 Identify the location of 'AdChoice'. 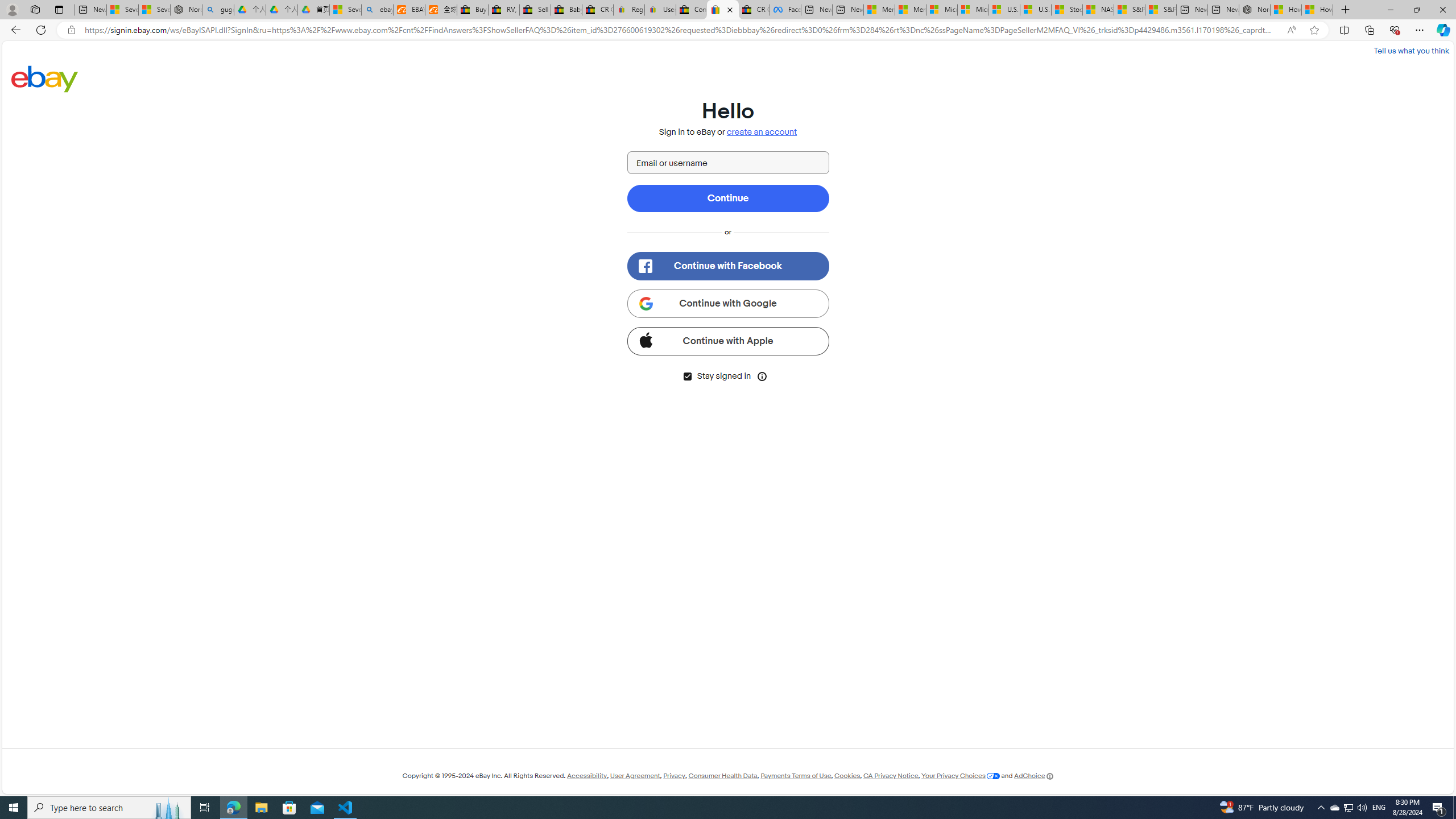
(1033, 775).